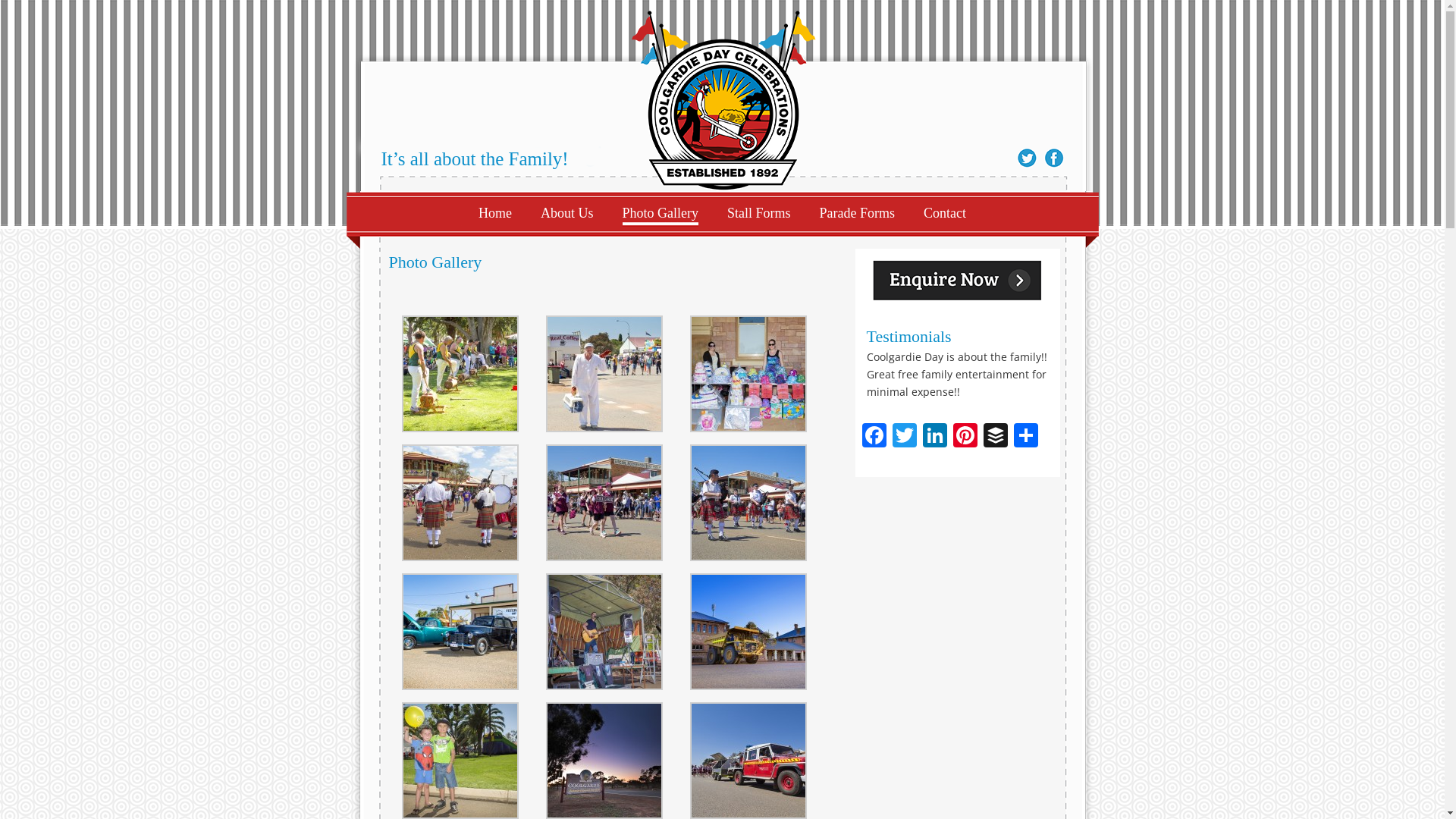 This screenshot has width=1456, height=819. I want to click on 'Coolgardie Day', so click(722, 96).